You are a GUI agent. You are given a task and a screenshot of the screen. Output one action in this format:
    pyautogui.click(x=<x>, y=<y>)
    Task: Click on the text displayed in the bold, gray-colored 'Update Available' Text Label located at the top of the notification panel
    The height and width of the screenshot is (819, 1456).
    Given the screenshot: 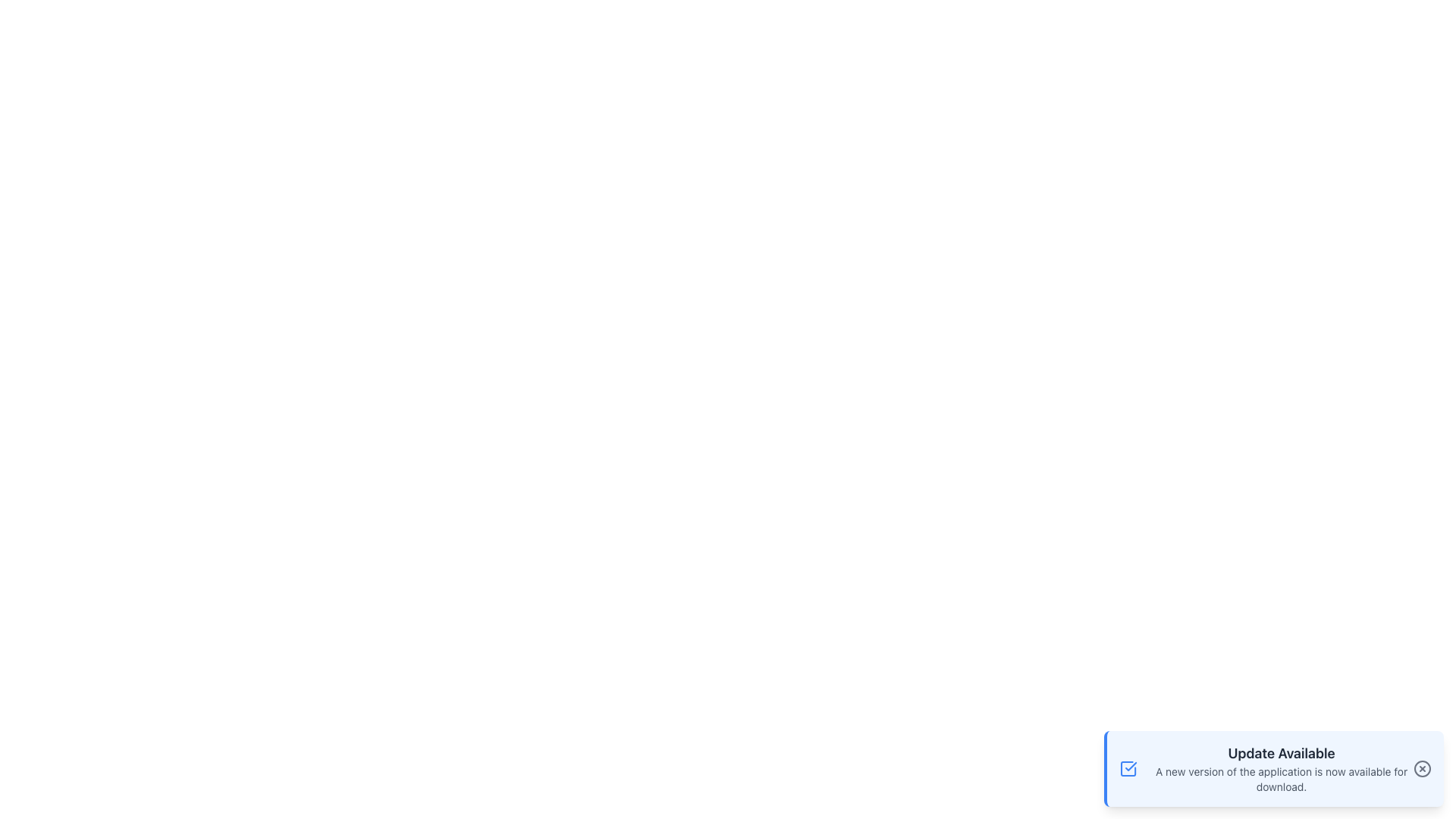 What is the action you would take?
    pyautogui.click(x=1281, y=754)
    